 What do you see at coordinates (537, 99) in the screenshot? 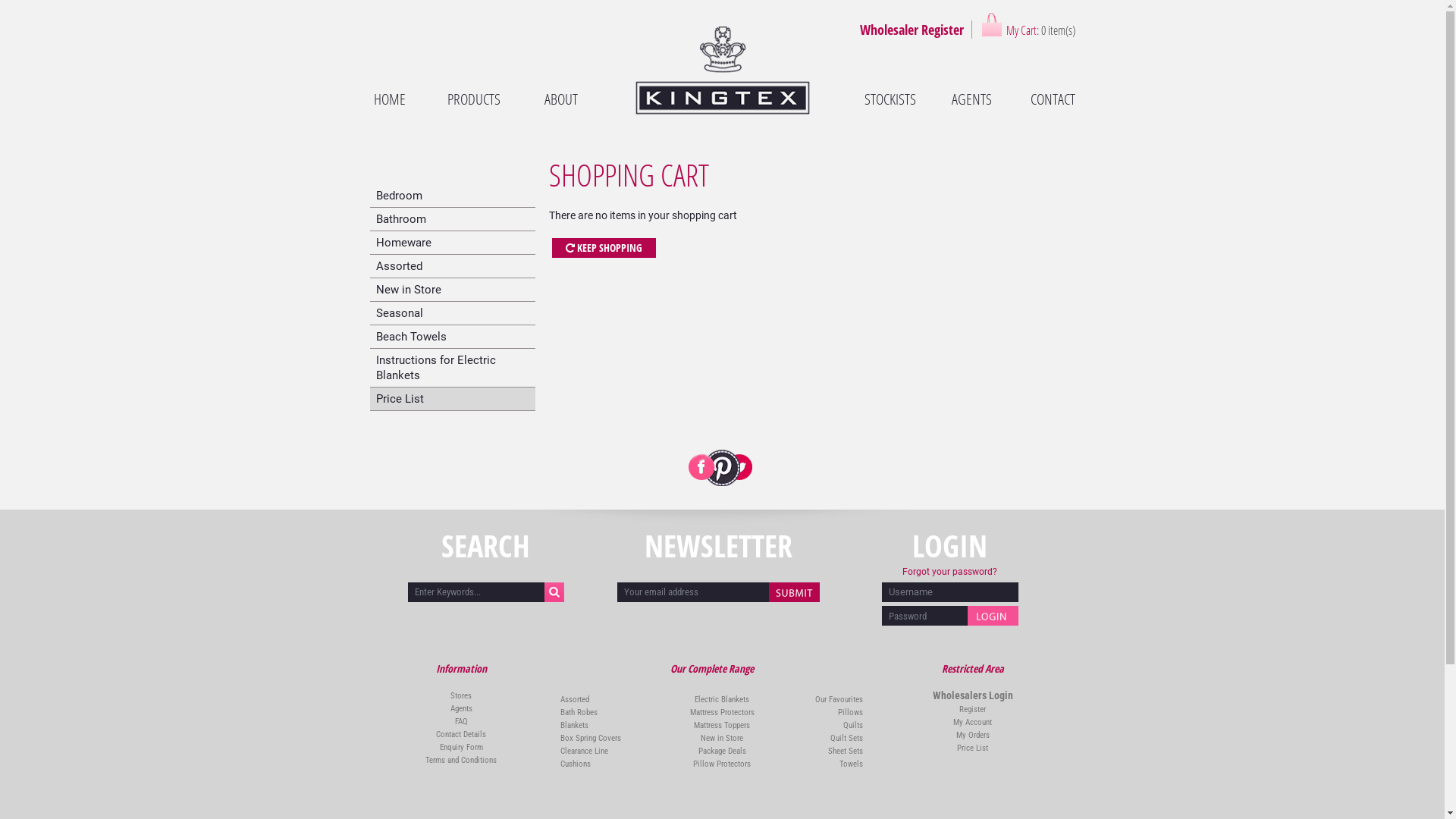
I see `'ABOUT'` at bounding box center [537, 99].